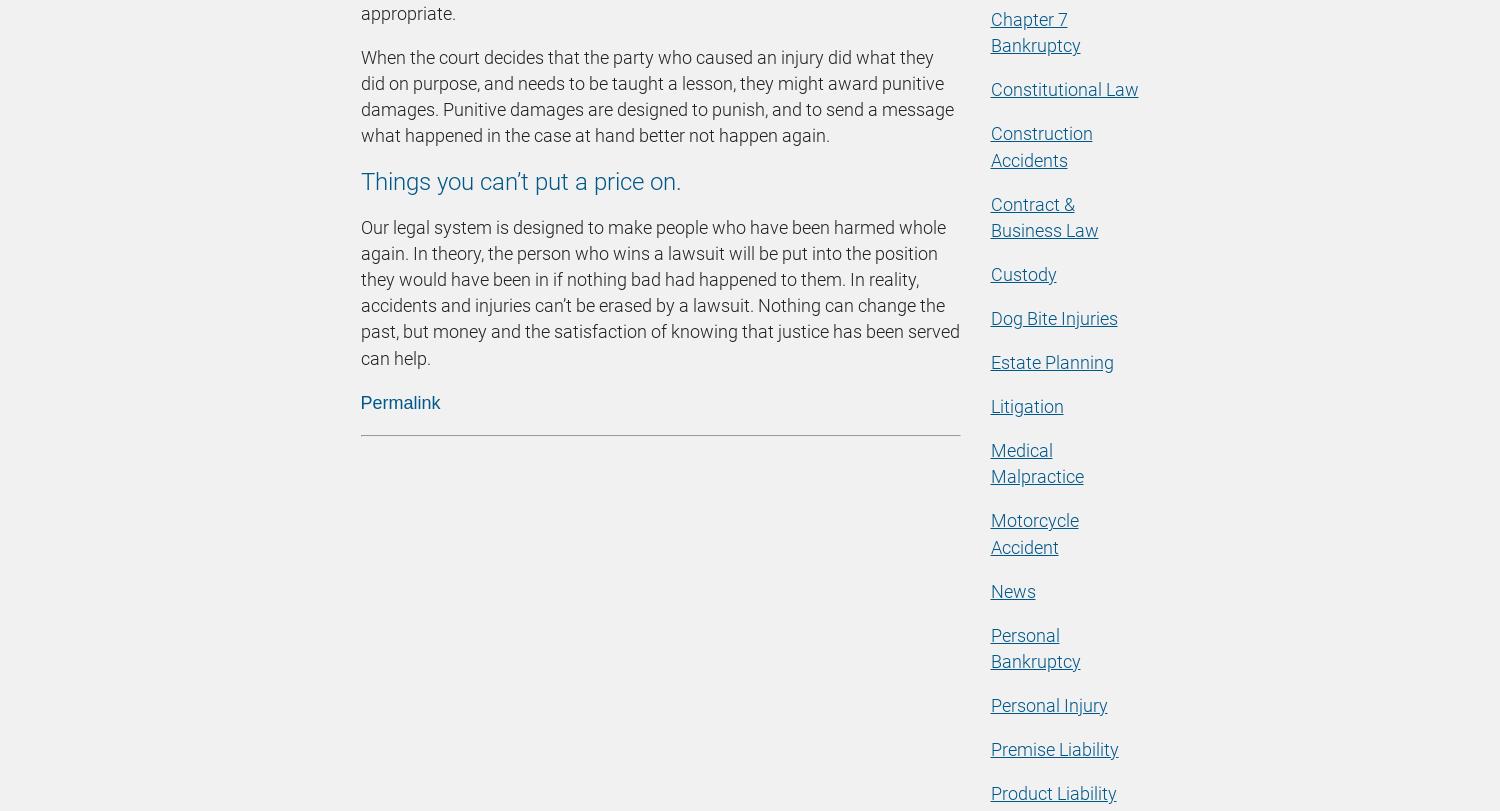 The width and height of the screenshot is (1500, 811). Describe the element at coordinates (520, 181) in the screenshot. I see `'Things you can’t put a price on.'` at that location.